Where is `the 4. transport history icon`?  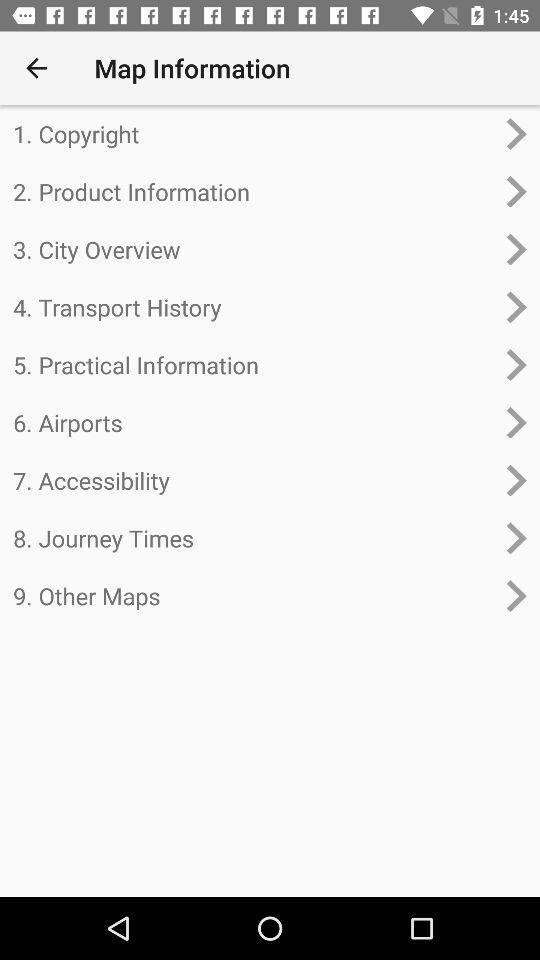
the 4. transport history icon is located at coordinates (253, 307).